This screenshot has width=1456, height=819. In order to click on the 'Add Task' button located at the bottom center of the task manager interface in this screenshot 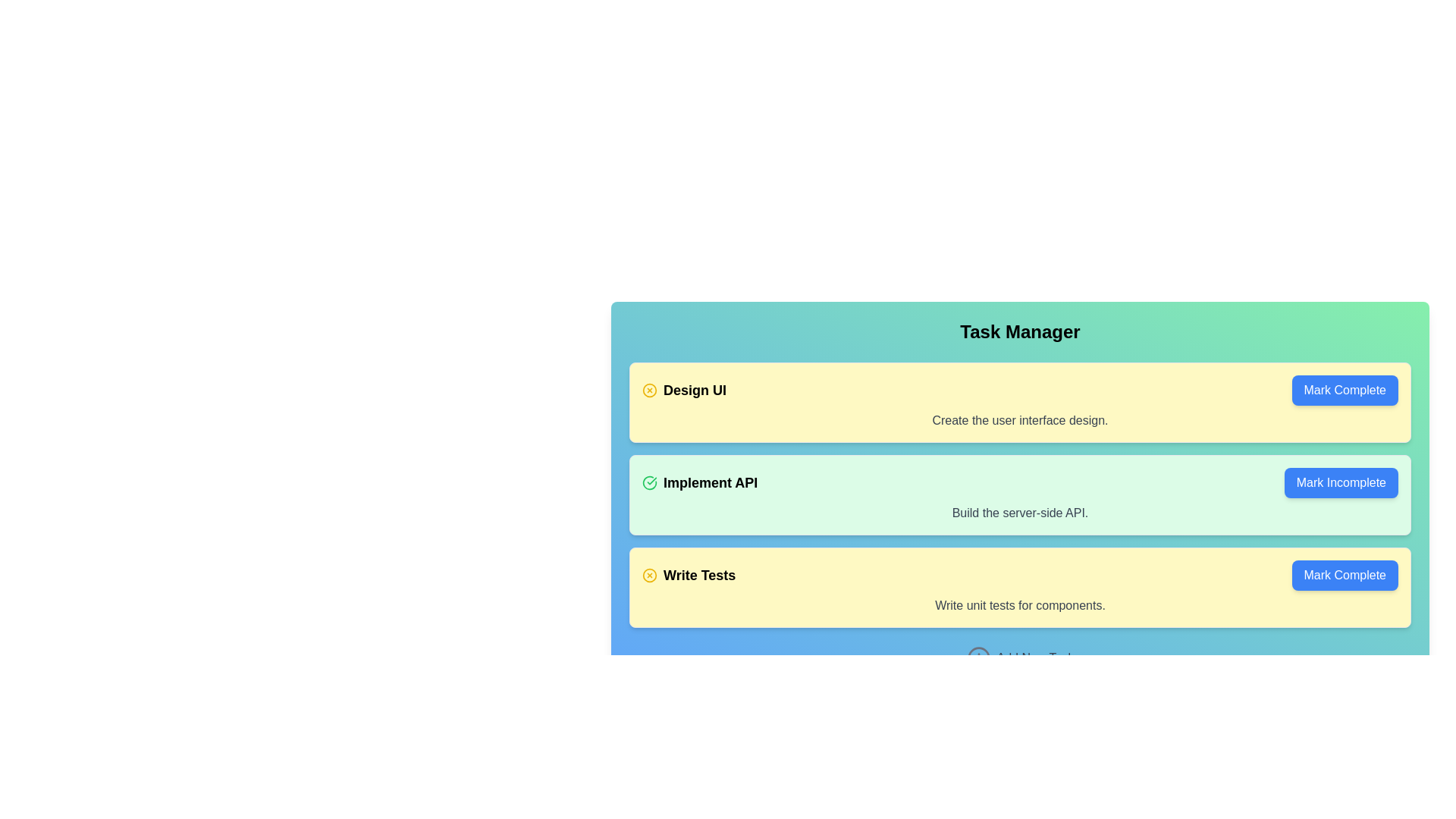, I will do `click(1020, 657)`.